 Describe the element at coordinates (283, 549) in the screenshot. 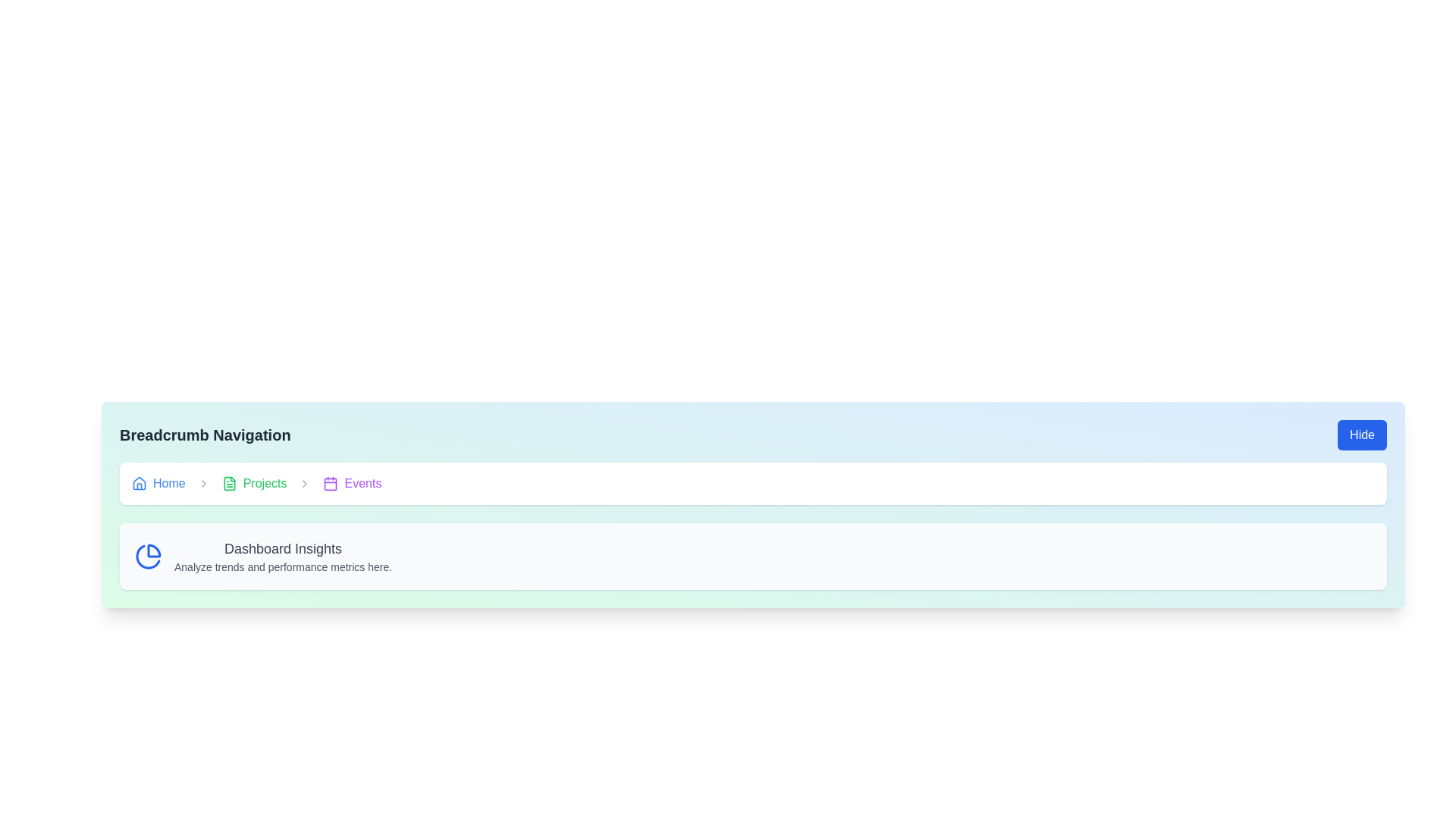

I see `text label that serves as the title or heading for the dashboard section, positioned above the text 'Analyze trends and performance metrics here.'` at that location.